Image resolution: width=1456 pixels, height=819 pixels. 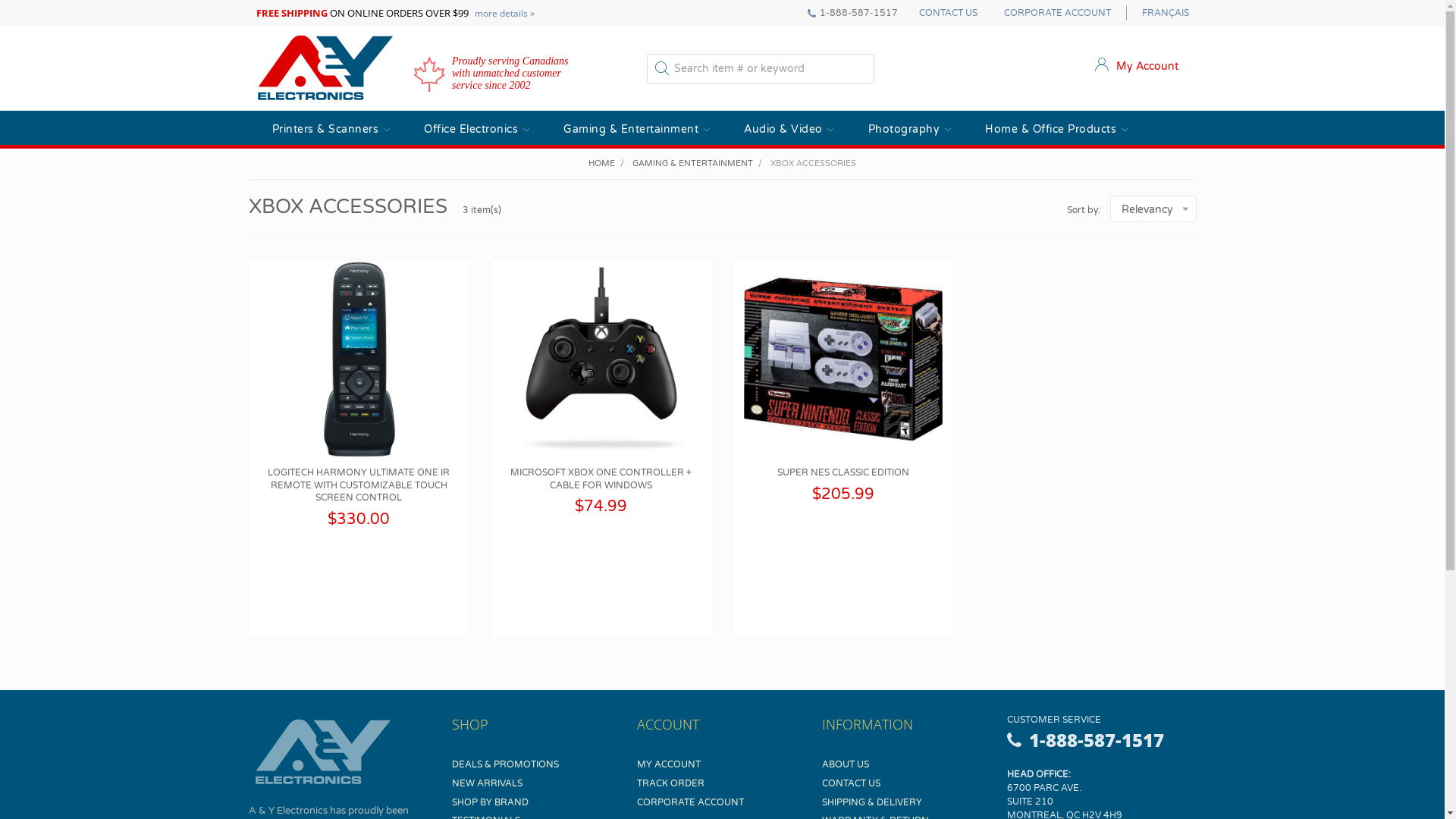 I want to click on 'MY ACCOUNT', so click(x=668, y=764).